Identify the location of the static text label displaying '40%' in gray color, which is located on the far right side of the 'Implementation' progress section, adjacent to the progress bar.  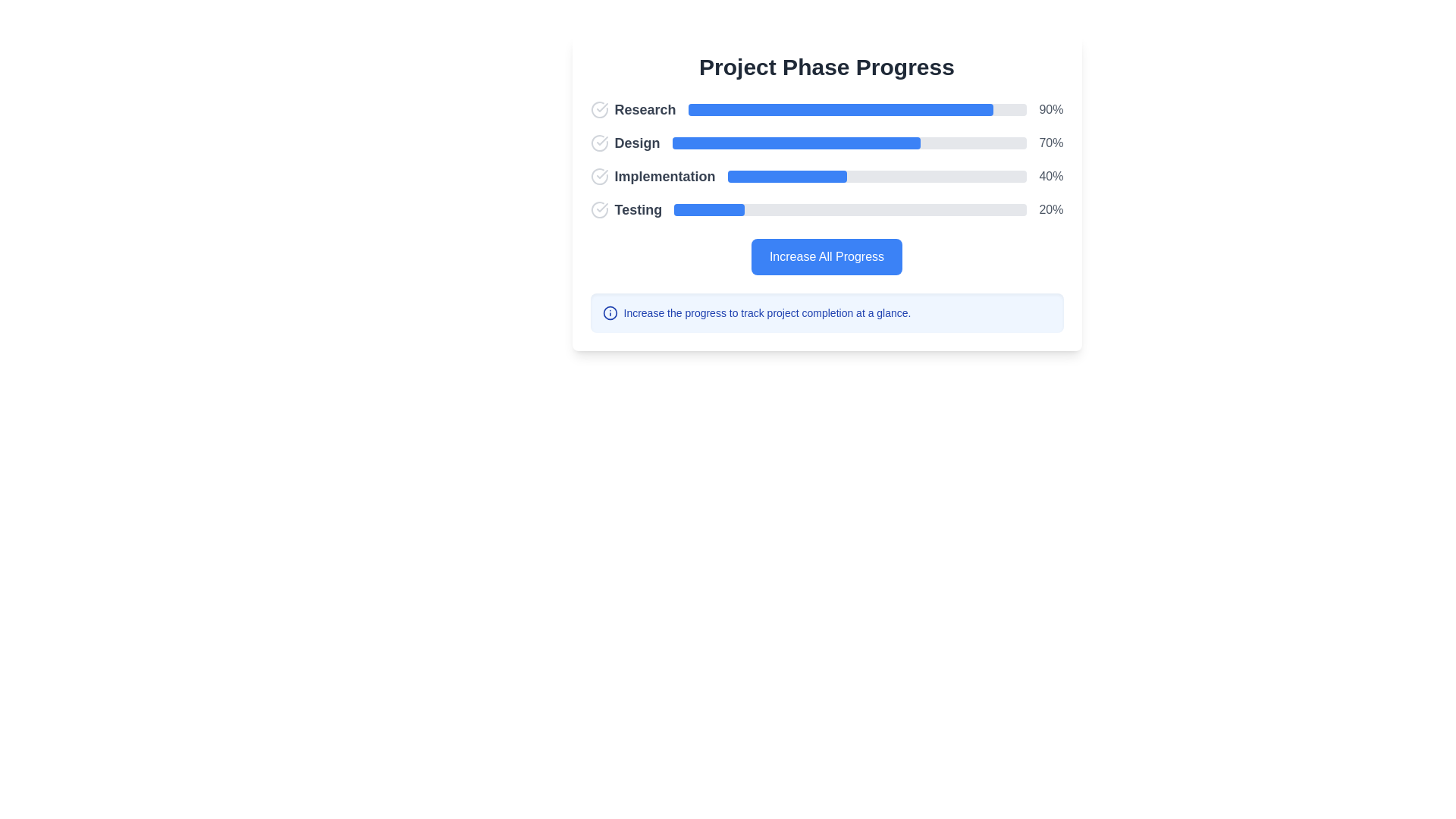
(1050, 175).